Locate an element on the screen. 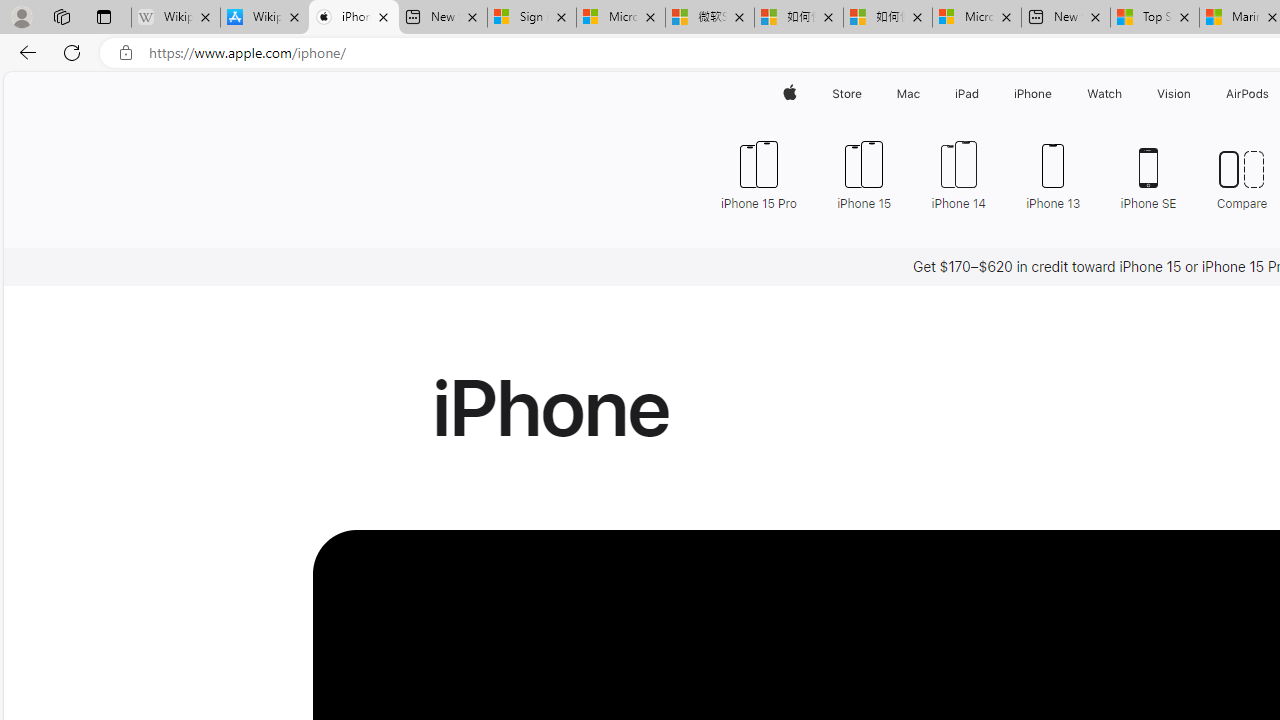 The width and height of the screenshot is (1280, 720). 'Watch menu' is located at coordinates (1126, 93).